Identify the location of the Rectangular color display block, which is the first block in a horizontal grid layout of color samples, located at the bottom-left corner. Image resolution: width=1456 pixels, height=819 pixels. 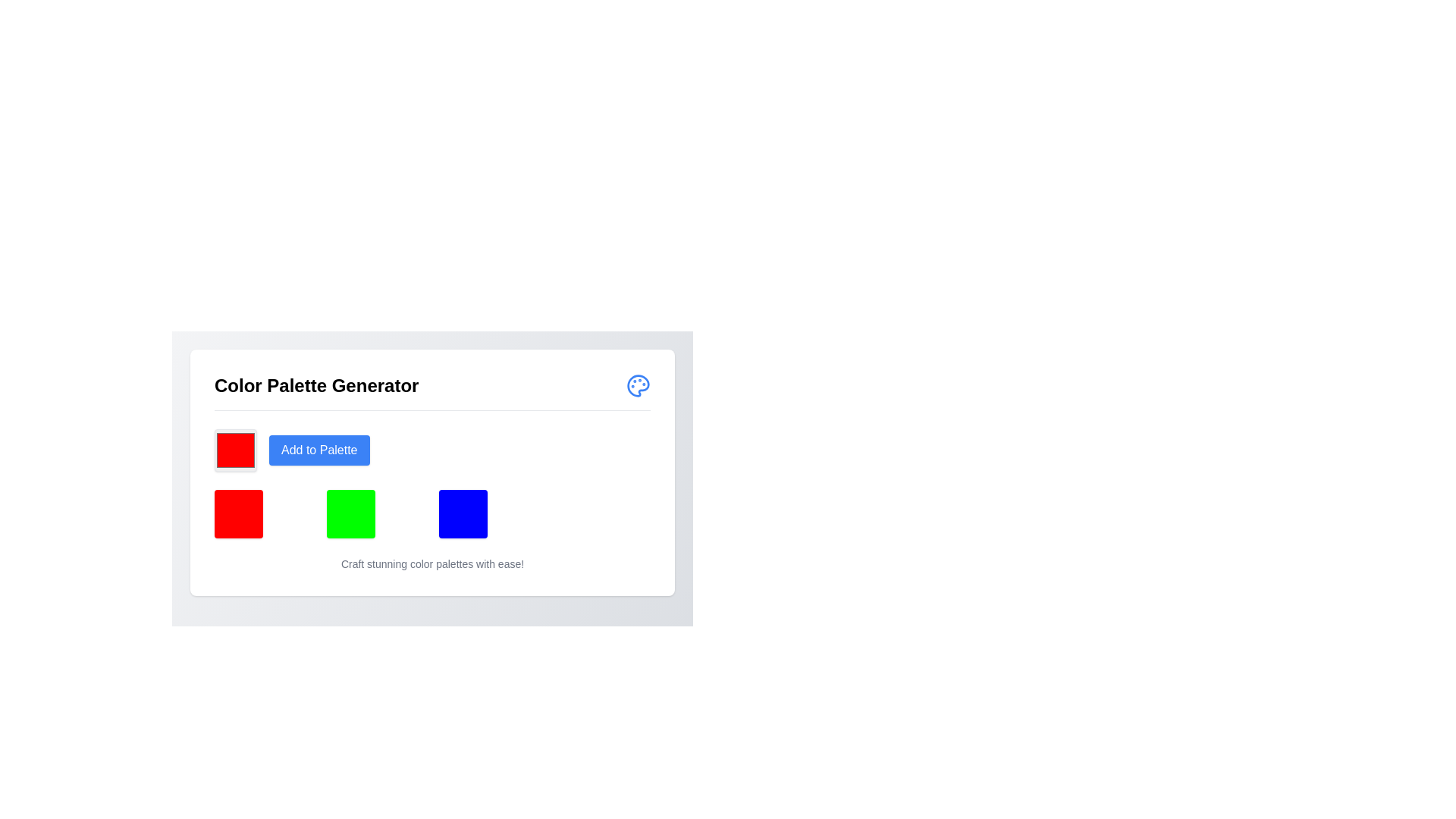
(238, 513).